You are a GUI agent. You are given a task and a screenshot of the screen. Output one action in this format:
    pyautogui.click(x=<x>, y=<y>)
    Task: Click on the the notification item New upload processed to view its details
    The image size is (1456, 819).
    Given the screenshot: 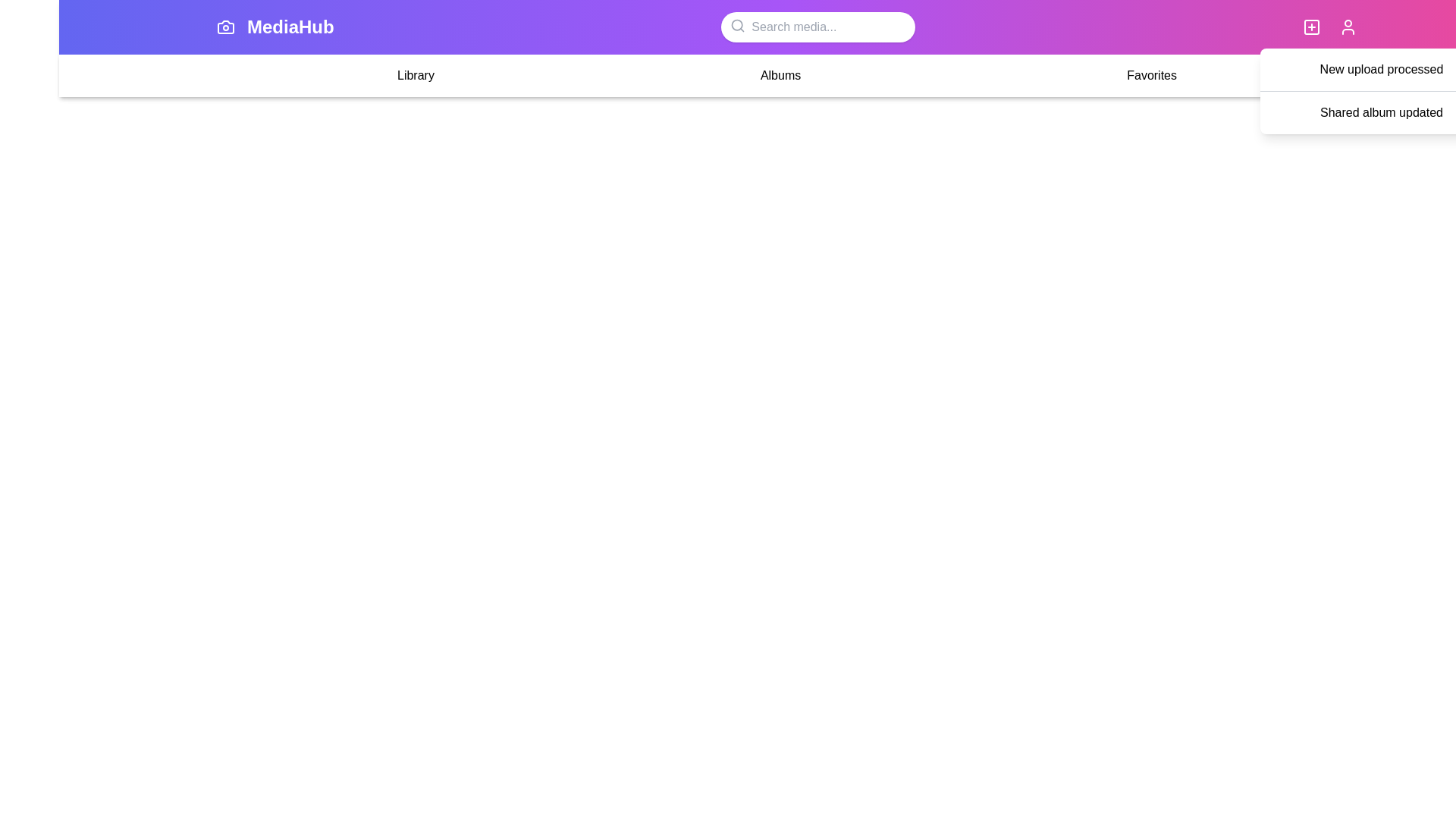 What is the action you would take?
    pyautogui.click(x=1382, y=70)
    